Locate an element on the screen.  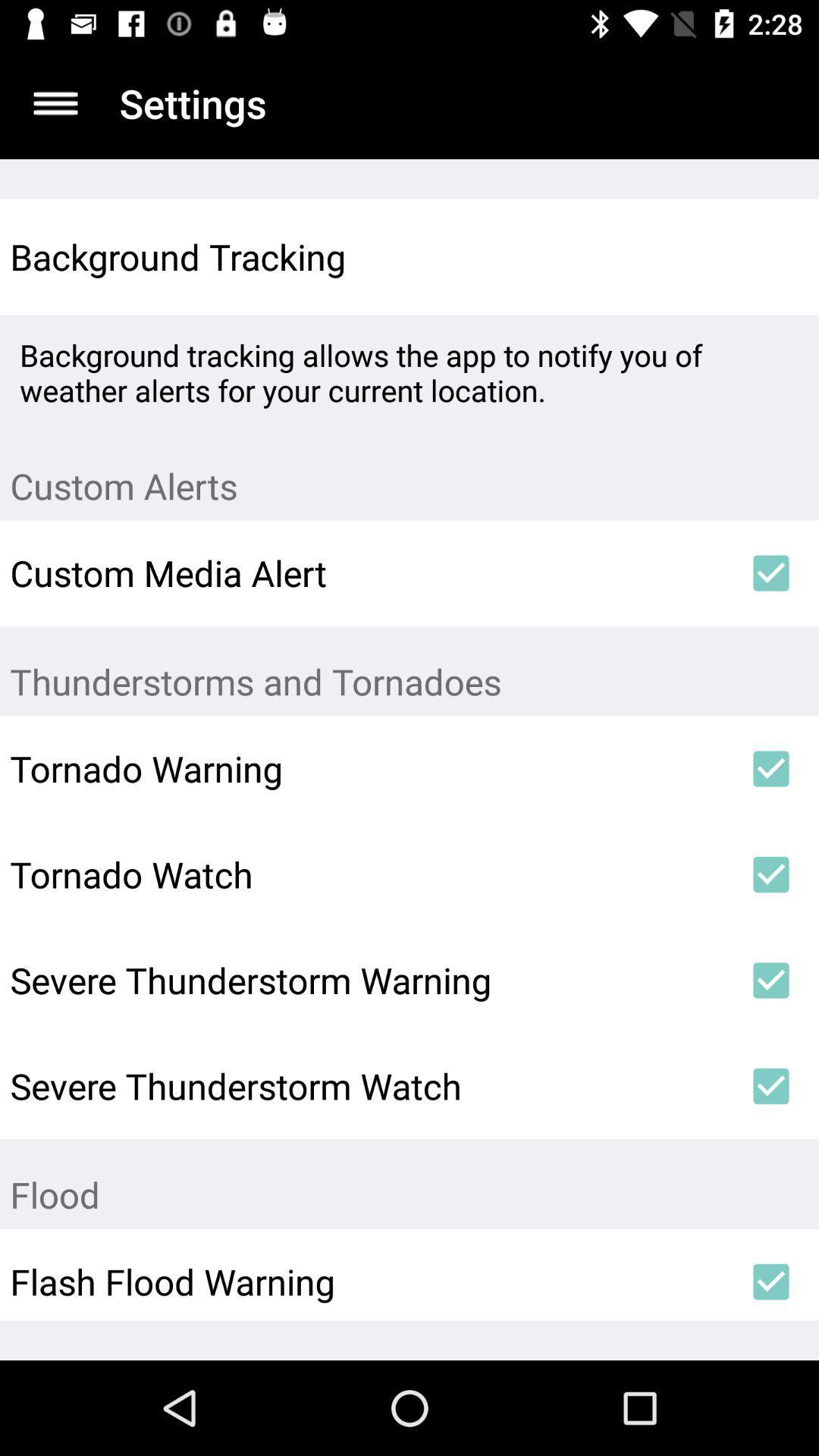
the item above background tracking is located at coordinates (55, 102).